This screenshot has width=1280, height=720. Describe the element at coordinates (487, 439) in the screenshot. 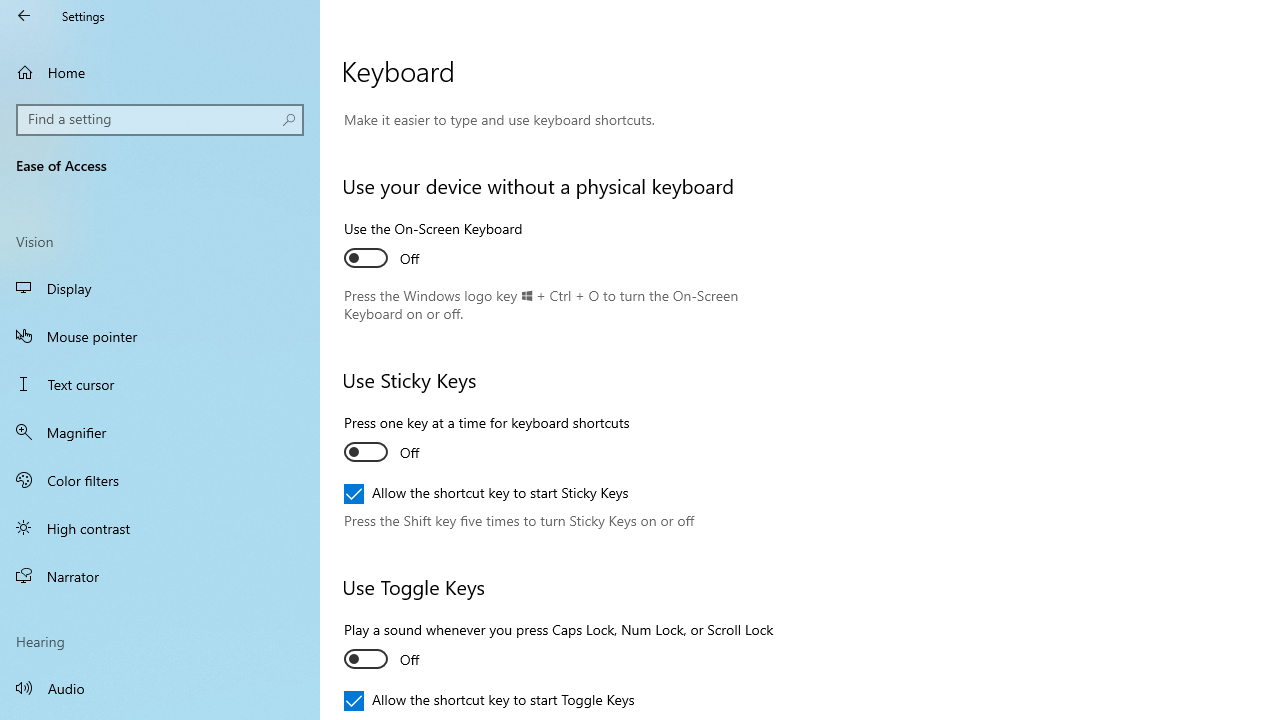

I see `'Press one key at a time for keyboard shortcuts'` at that location.